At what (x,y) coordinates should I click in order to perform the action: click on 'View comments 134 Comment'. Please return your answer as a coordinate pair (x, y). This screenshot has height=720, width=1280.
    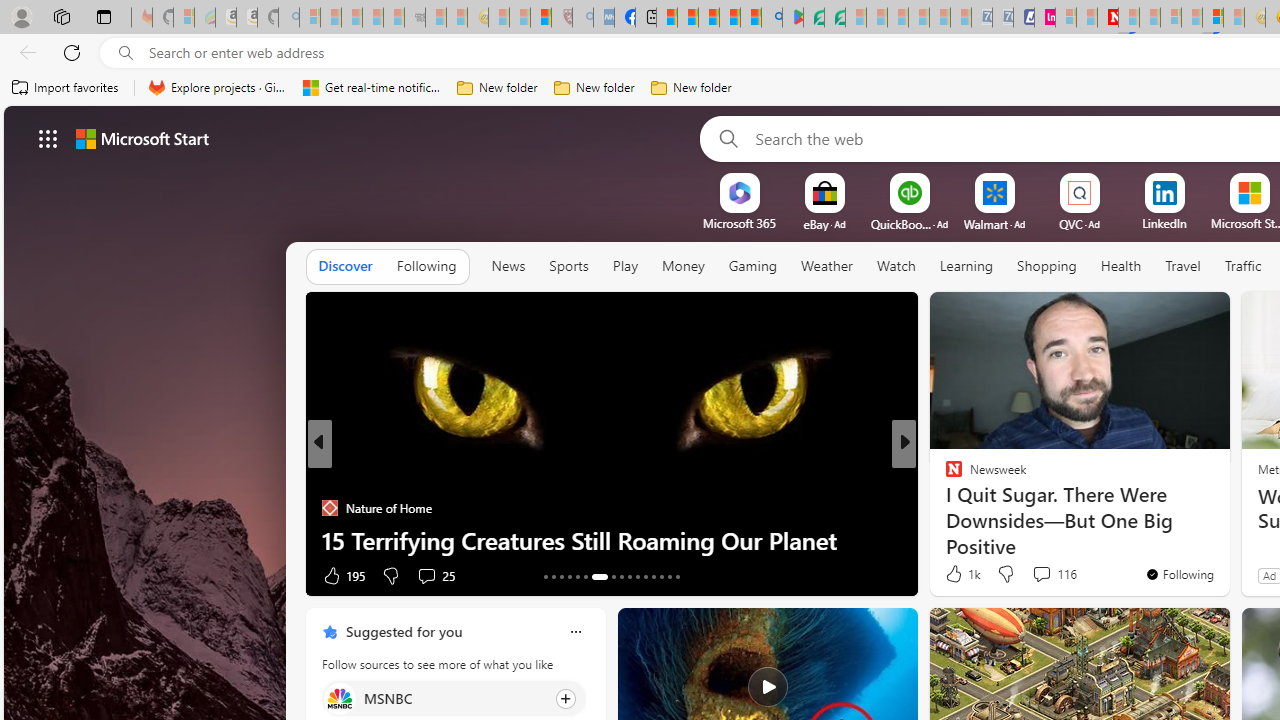
    Looking at the image, I should click on (1036, 575).